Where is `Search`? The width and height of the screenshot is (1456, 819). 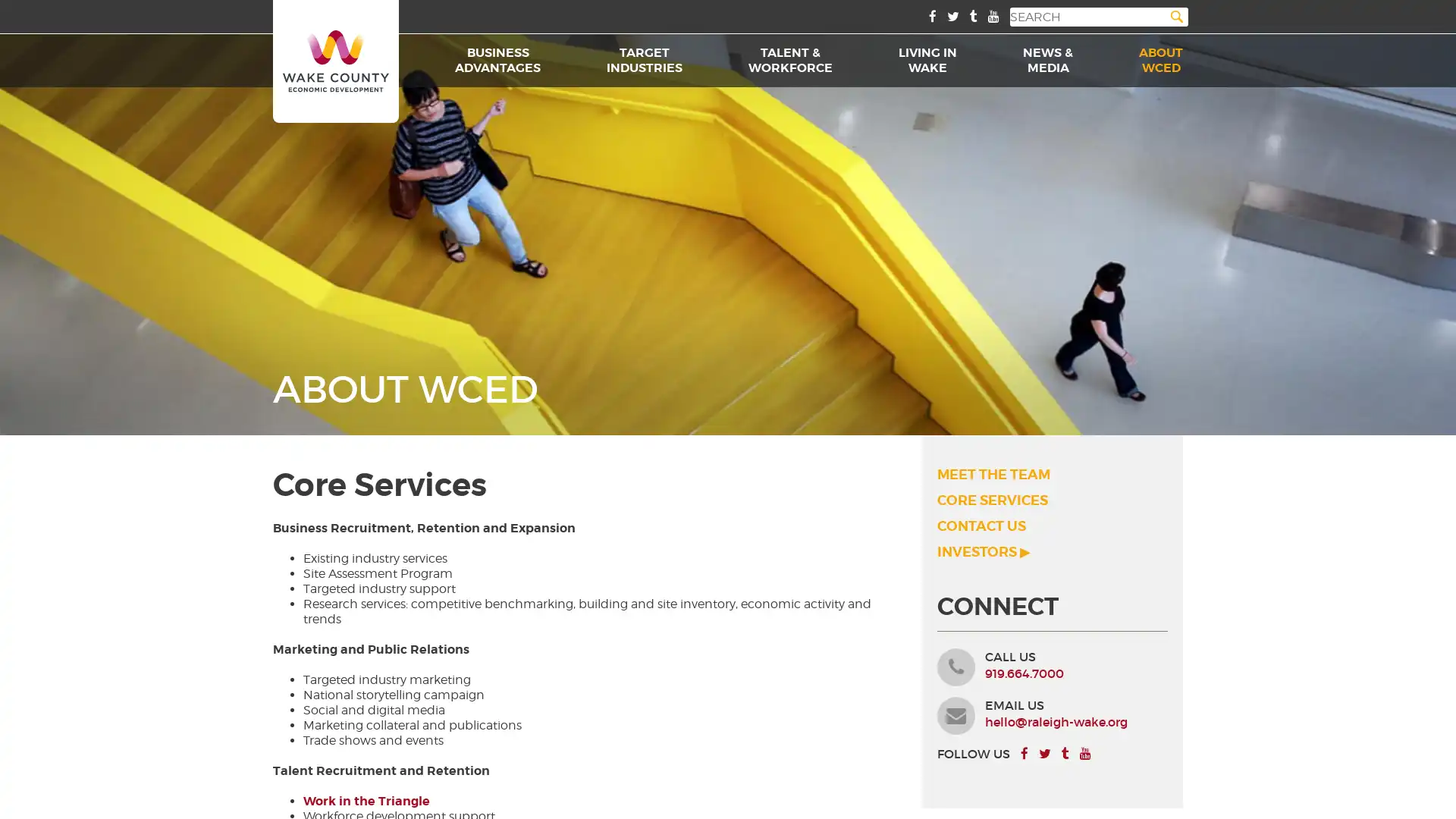 Search is located at coordinates (1175, 17).